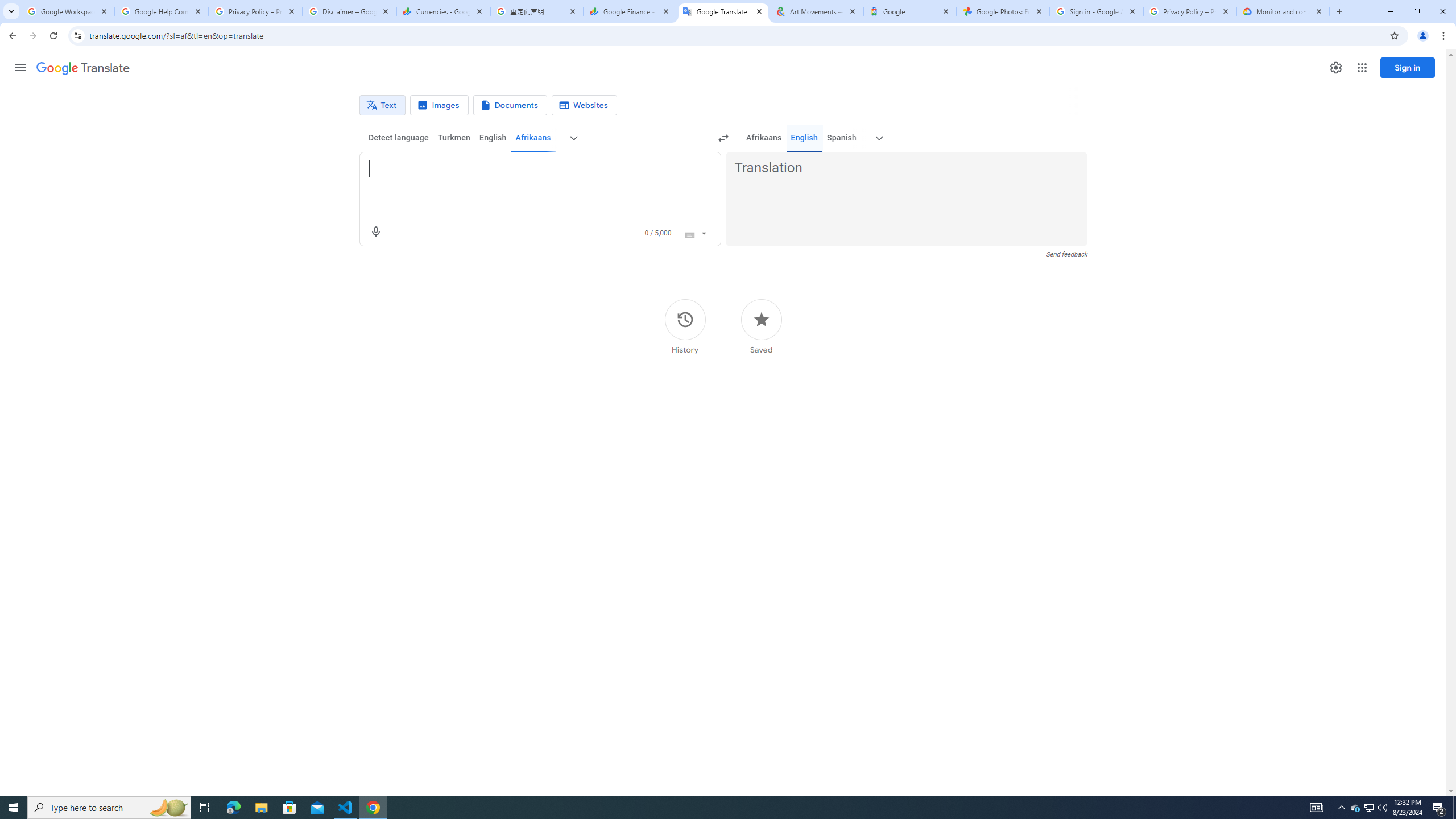 Image resolution: width=1456 pixels, height=819 pixels. I want to click on 'Google', so click(909, 11).